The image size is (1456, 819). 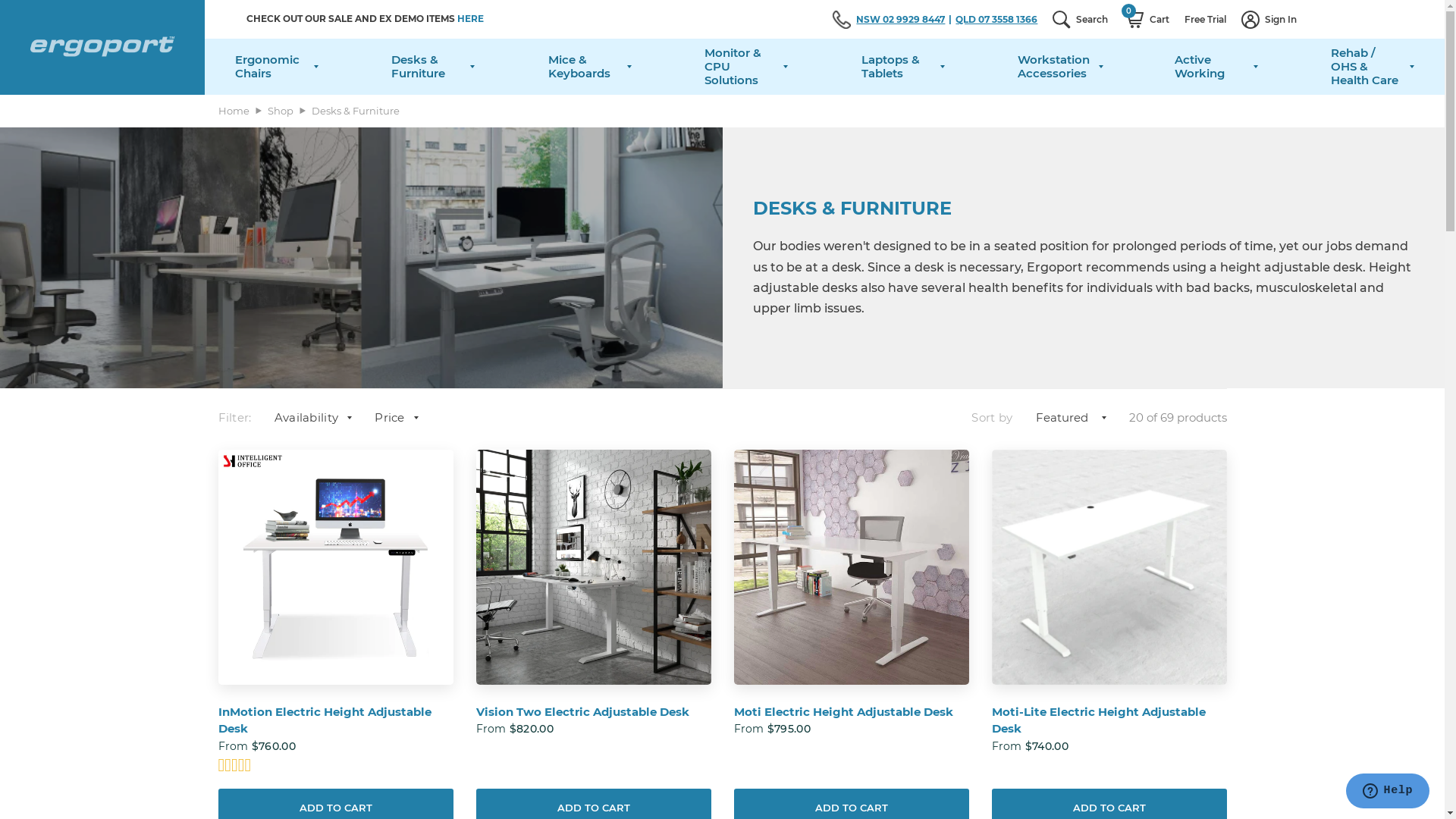 I want to click on 'Sign In', so click(x=1269, y=19).